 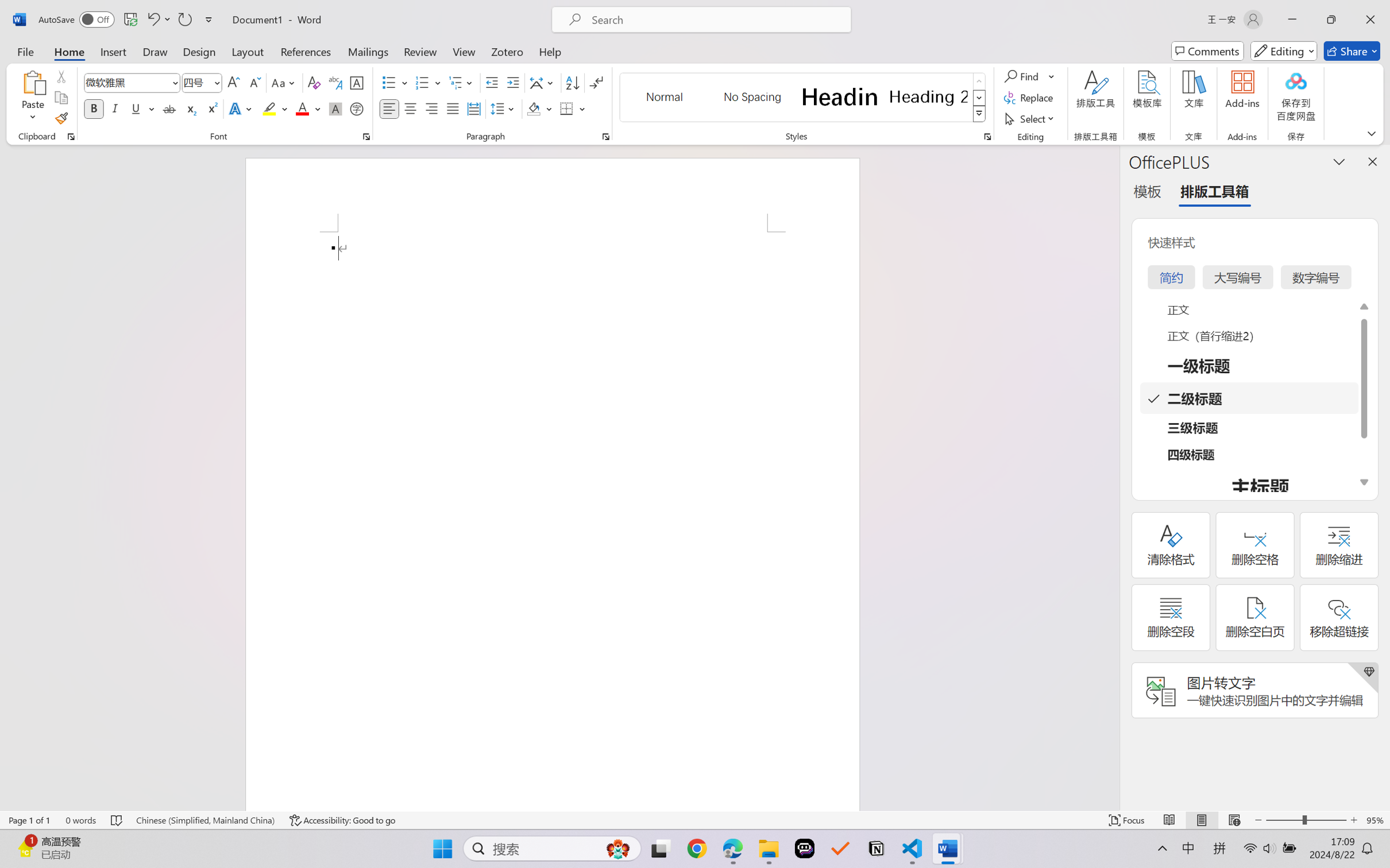 What do you see at coordinates (157, 19) in the screenshot?
I see `'Undo <ApplyStyleToDoc>b__0'` at bounding box center [157, 19].